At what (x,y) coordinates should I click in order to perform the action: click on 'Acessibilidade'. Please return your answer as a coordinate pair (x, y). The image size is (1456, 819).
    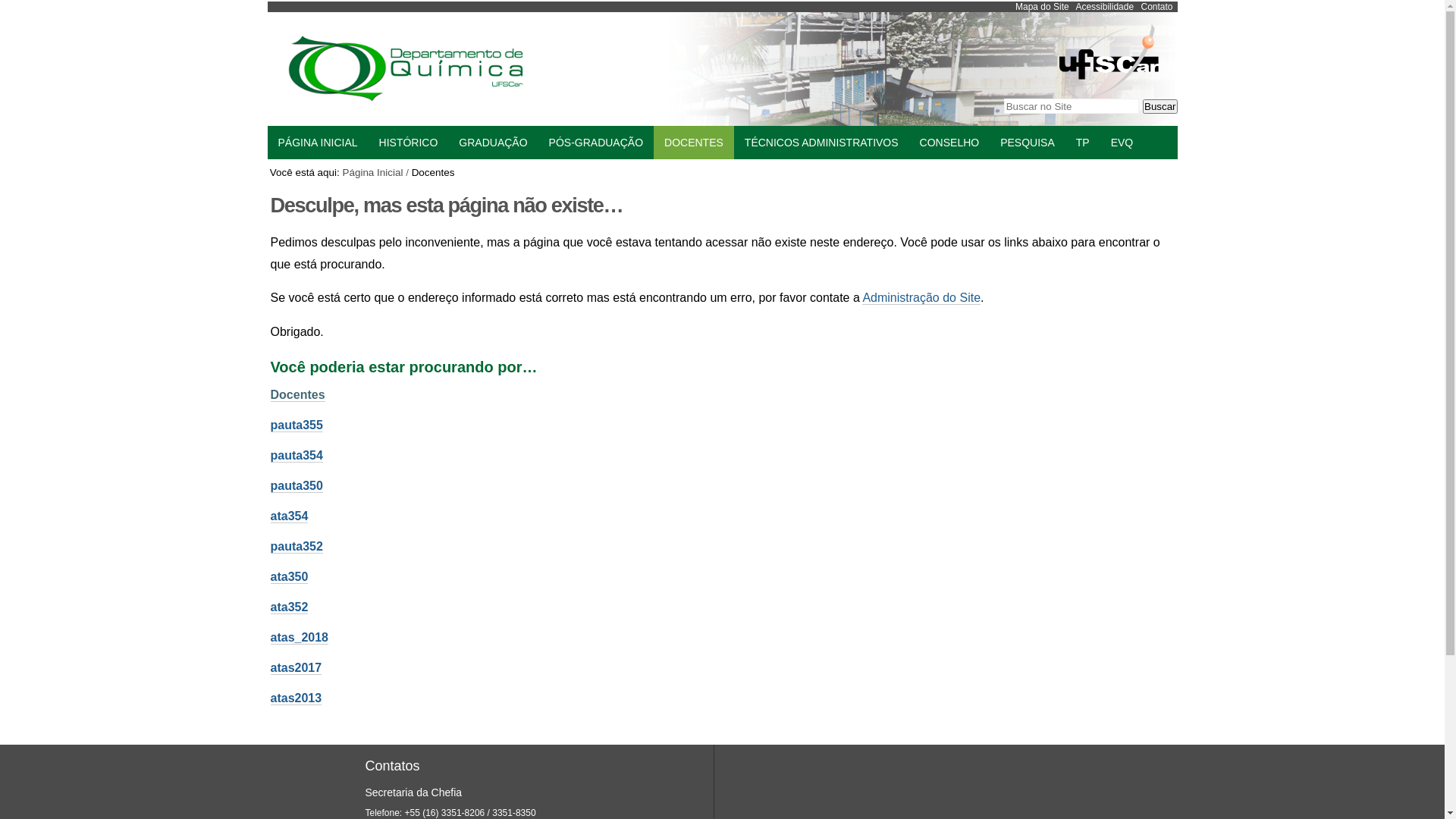
    Looking at the image, I should click on (1104, 6).